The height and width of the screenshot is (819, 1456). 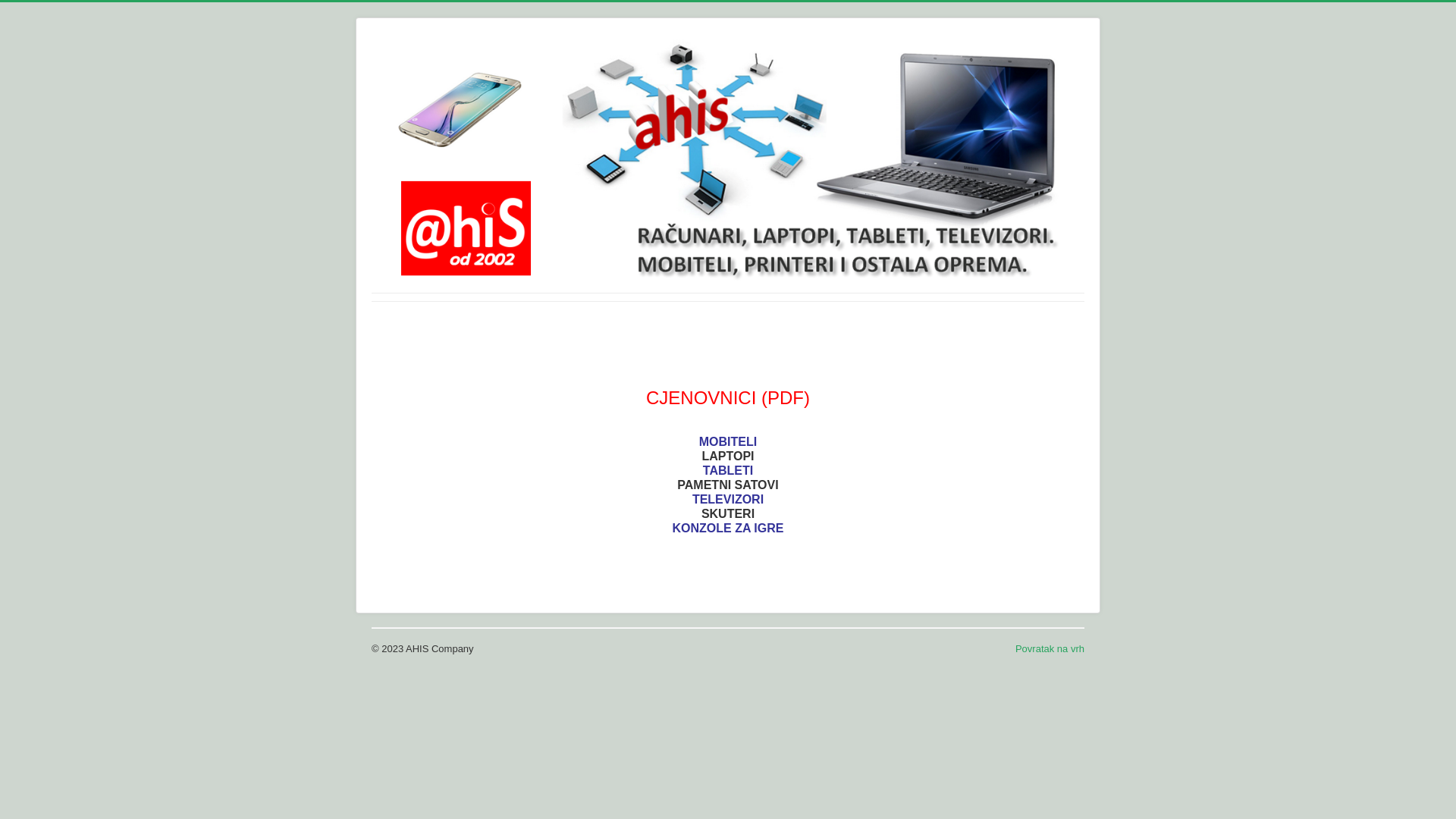 I want to click on 'SKUTERI', so click(x=728, y=513).